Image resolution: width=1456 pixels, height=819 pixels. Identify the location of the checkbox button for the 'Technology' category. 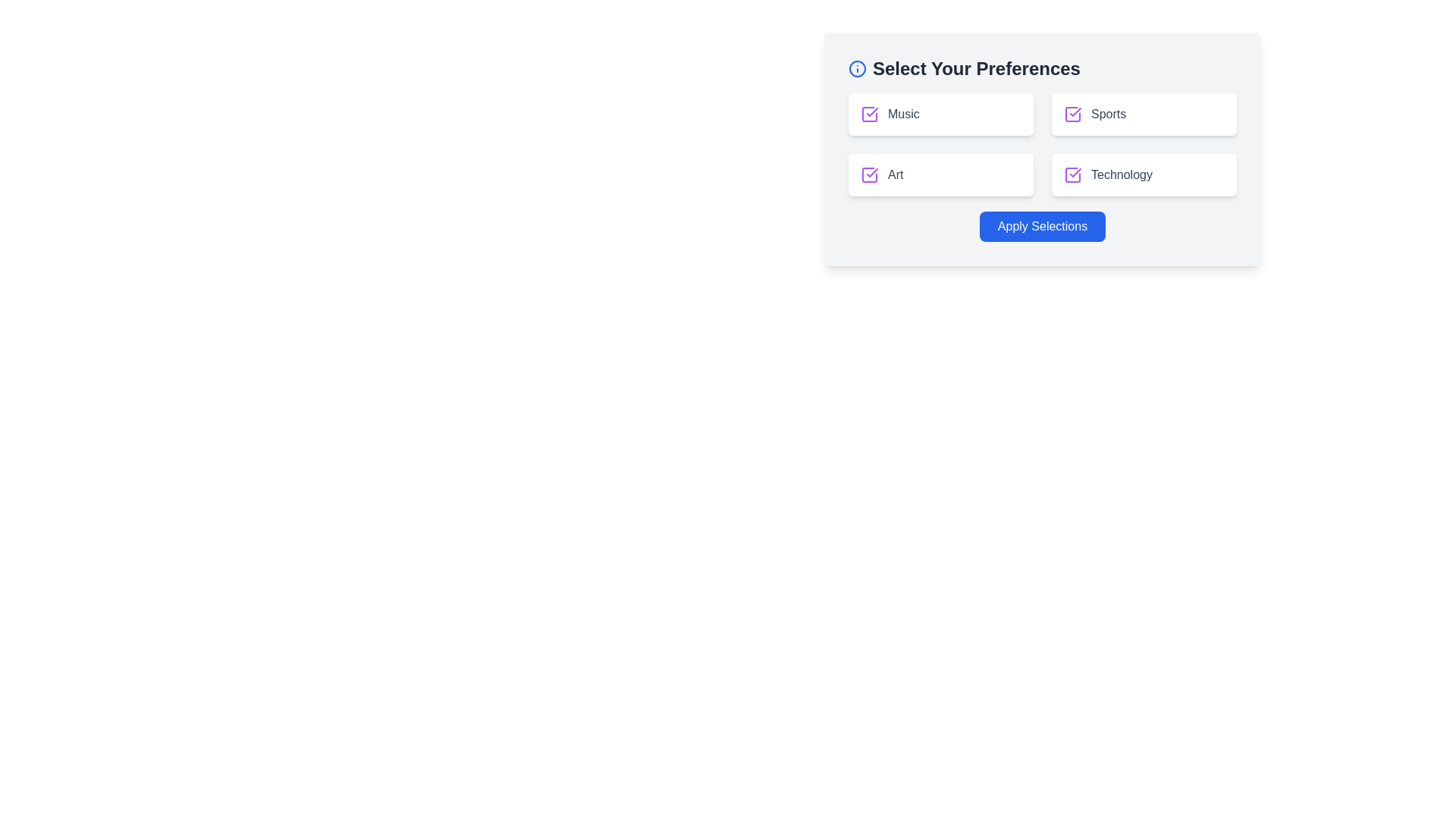
(1144, 174).